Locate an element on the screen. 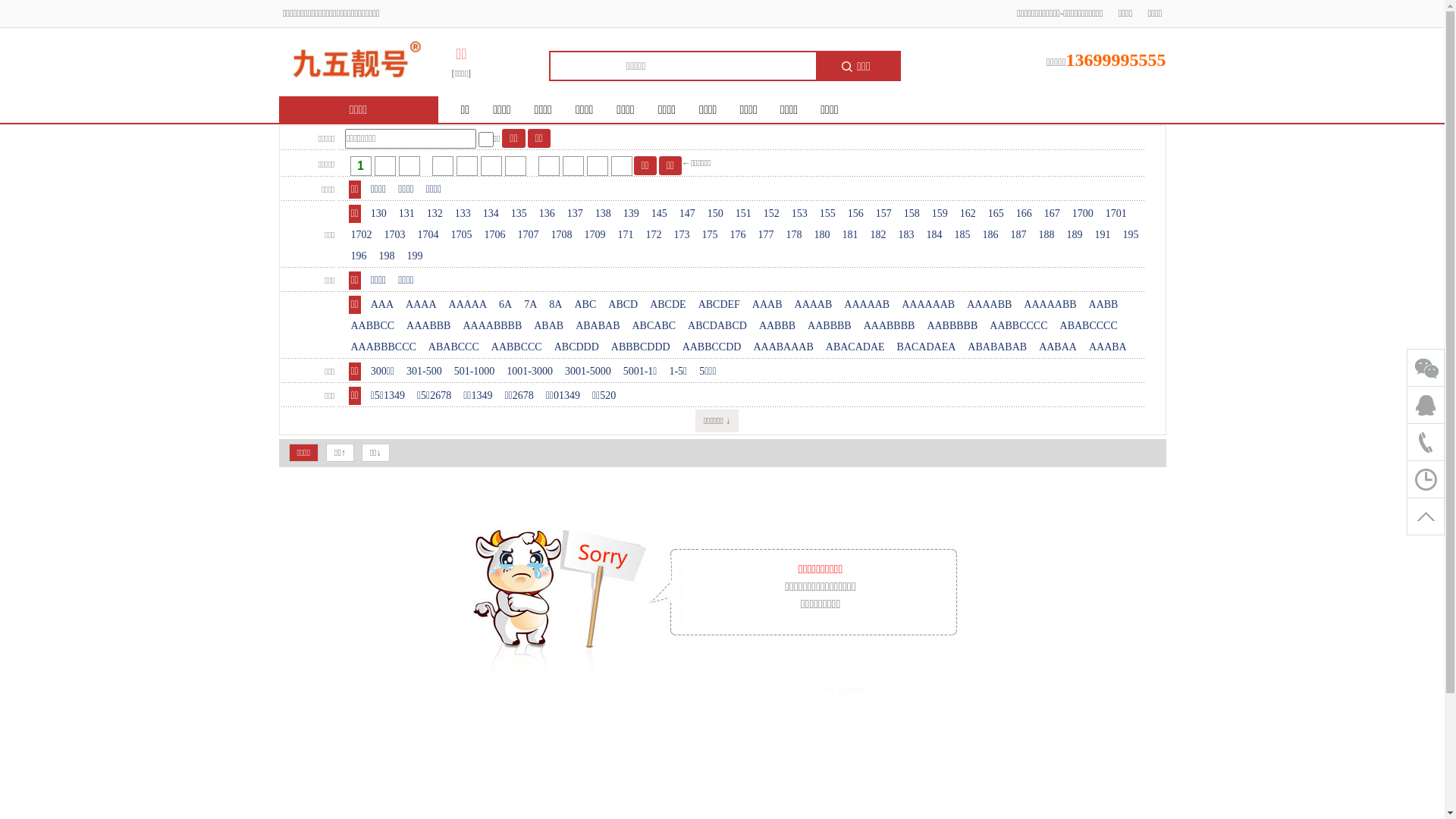  '199' is located at coordinates (415, 256).